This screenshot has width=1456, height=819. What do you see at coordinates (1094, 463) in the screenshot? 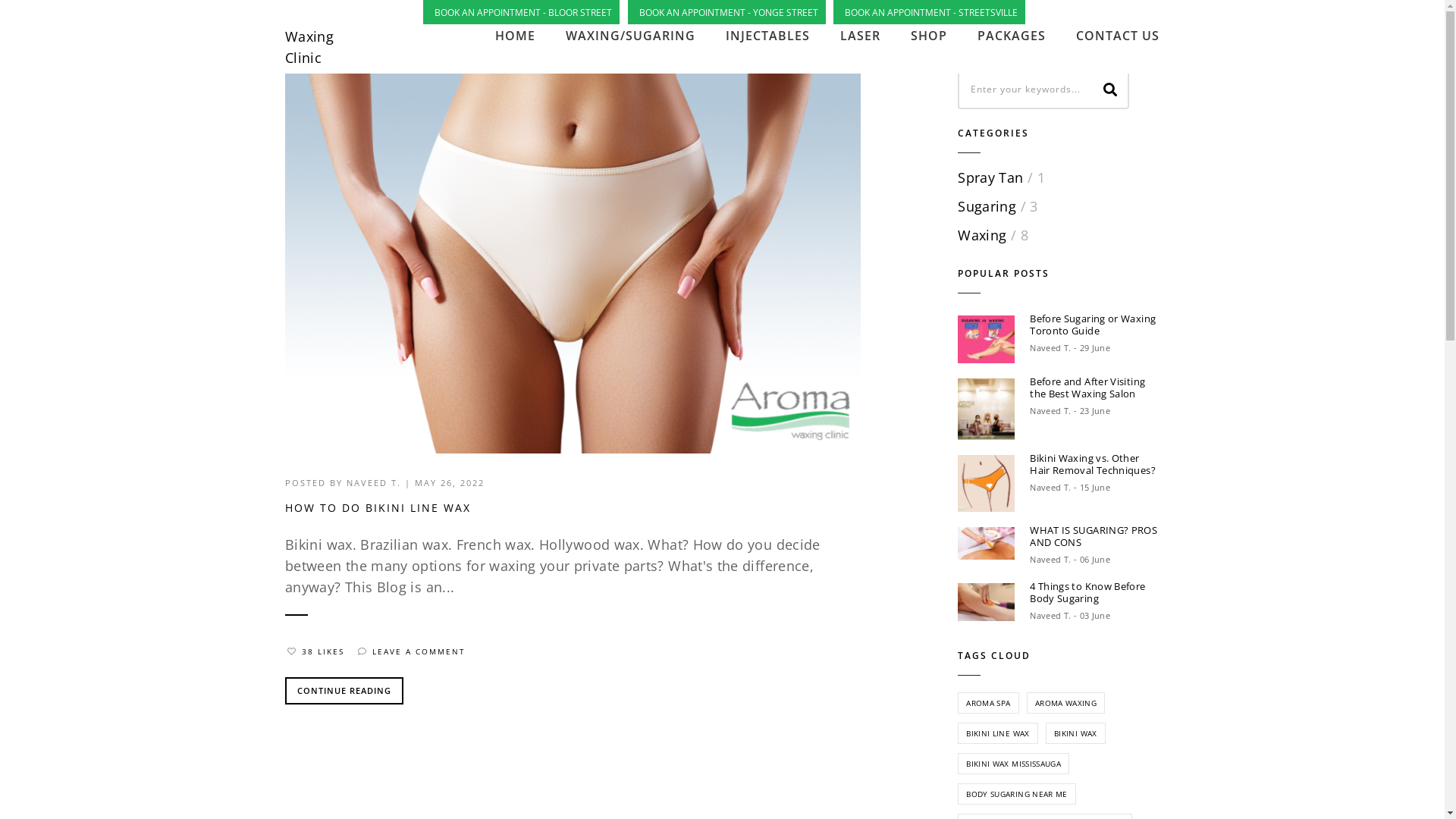
I see `'Bikini Waxing vs. Other Hair Removal Techniques?'` at bounding box center [1094, 463].